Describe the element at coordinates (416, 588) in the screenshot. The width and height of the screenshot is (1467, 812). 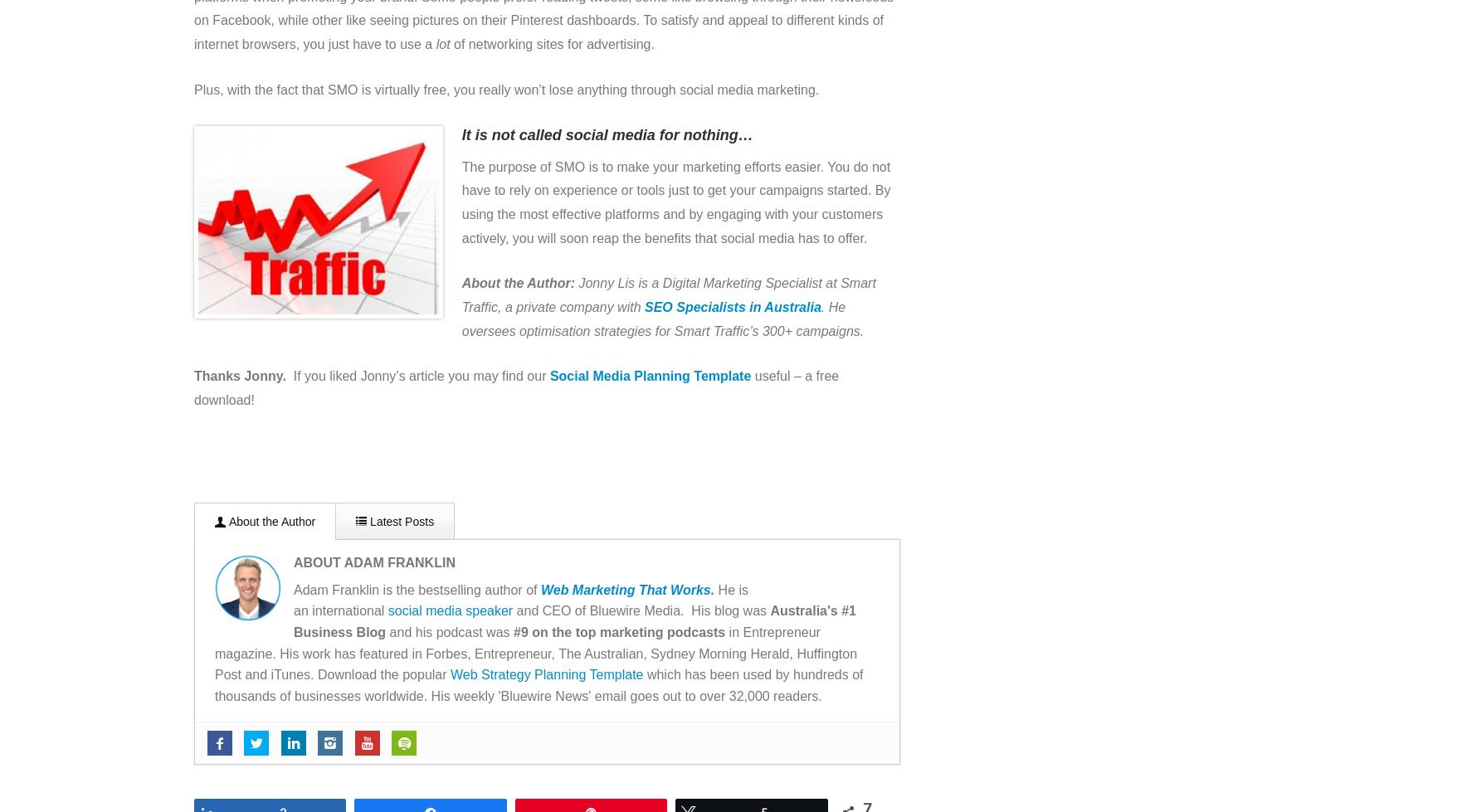
I see `'Adam Franklin is the bestselling author of'` at that location.